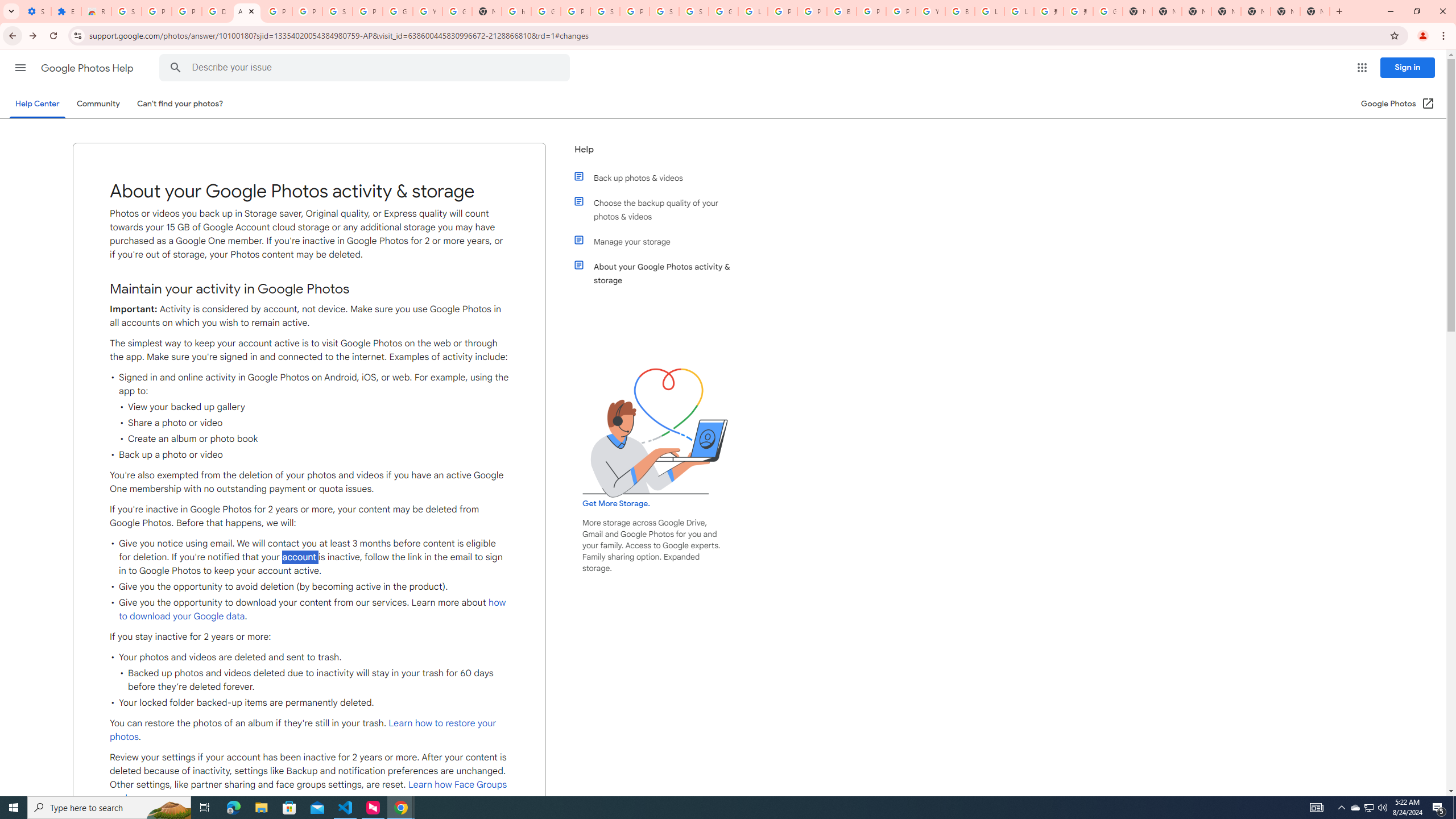 This screenshot has height=819, width=1456. What do you see at coordinates (308, 791) in the screenshot?
I see `'Learn how Face Groups works'` at bounding box center [308, 791].